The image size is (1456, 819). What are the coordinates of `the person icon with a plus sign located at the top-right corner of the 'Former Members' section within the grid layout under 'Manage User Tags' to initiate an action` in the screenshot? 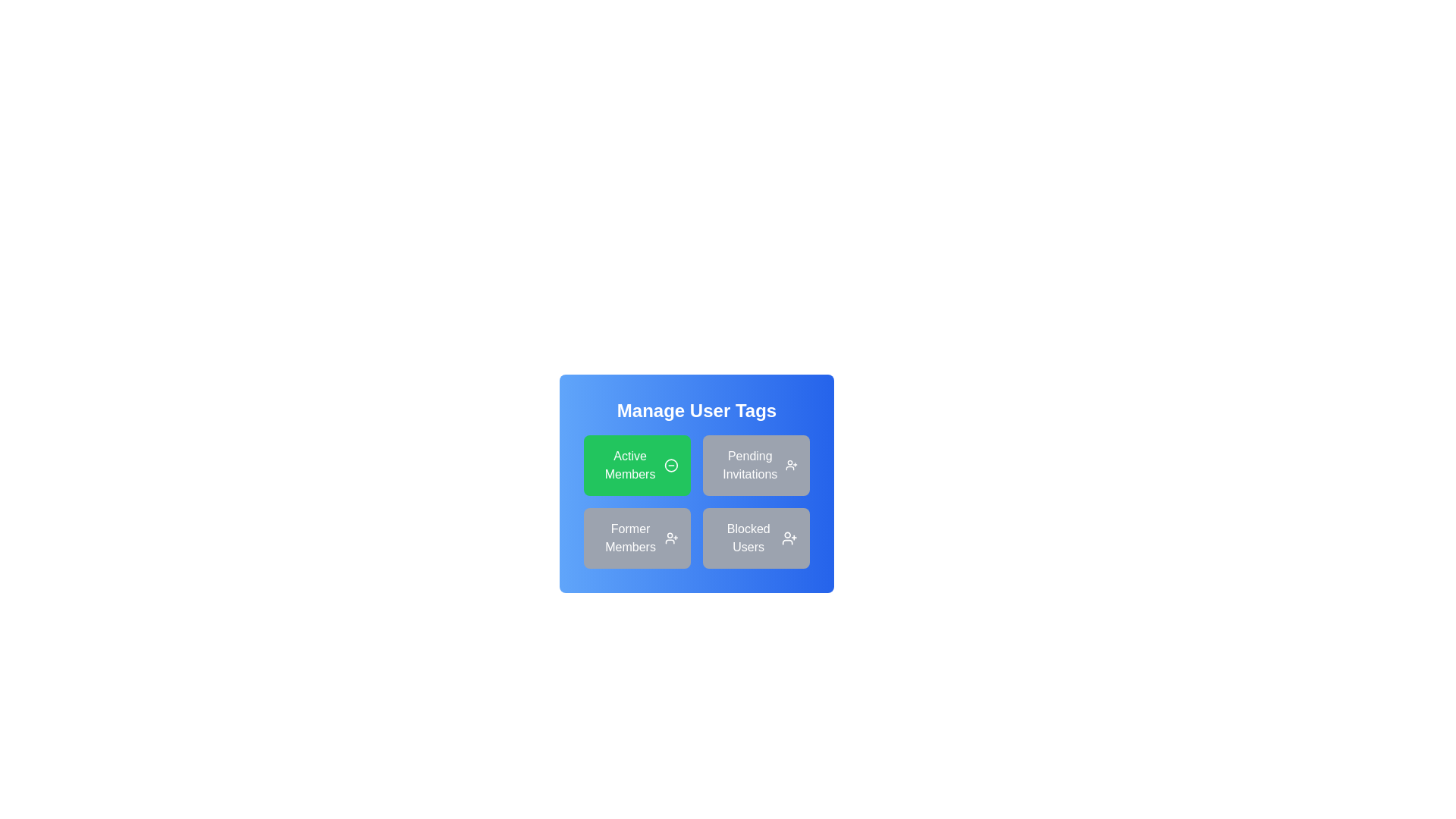 It's located at (671, 537).